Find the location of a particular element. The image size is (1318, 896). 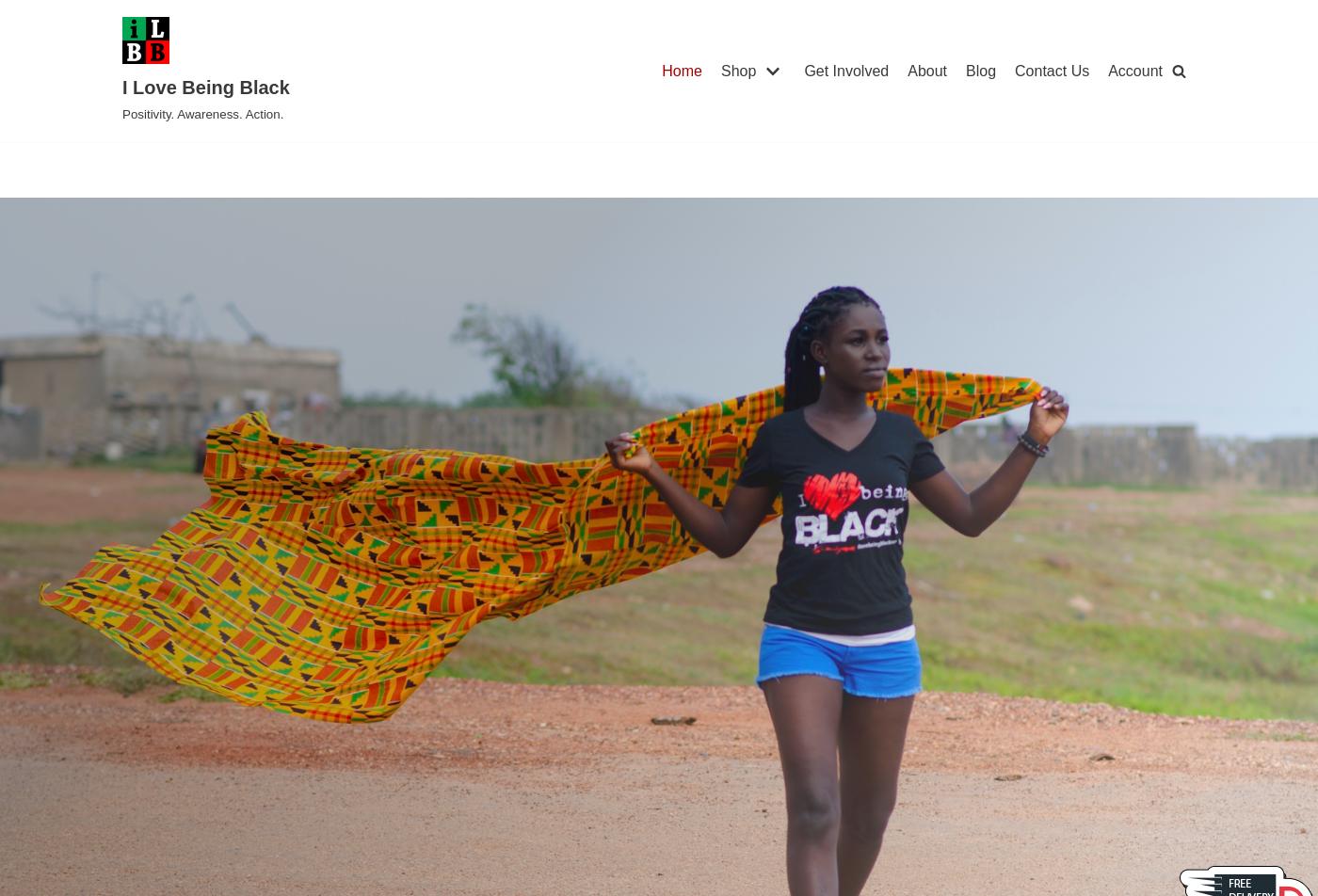

'Men’s' is located at coordinates (697, 110).